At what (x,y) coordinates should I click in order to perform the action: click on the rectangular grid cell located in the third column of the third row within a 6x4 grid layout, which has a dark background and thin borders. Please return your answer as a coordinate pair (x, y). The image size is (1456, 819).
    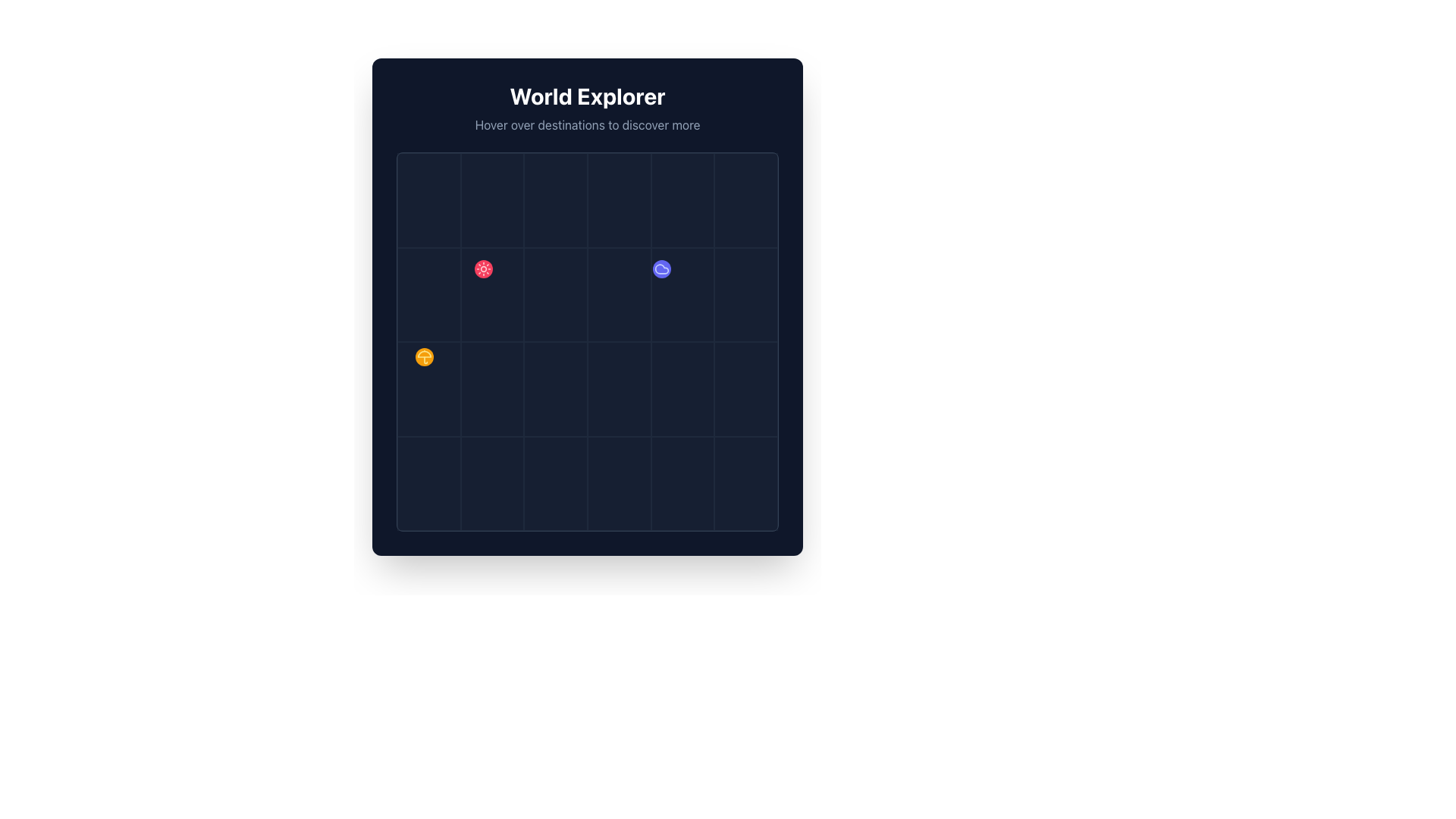
    Looking at the image, I should click on (492, 388).